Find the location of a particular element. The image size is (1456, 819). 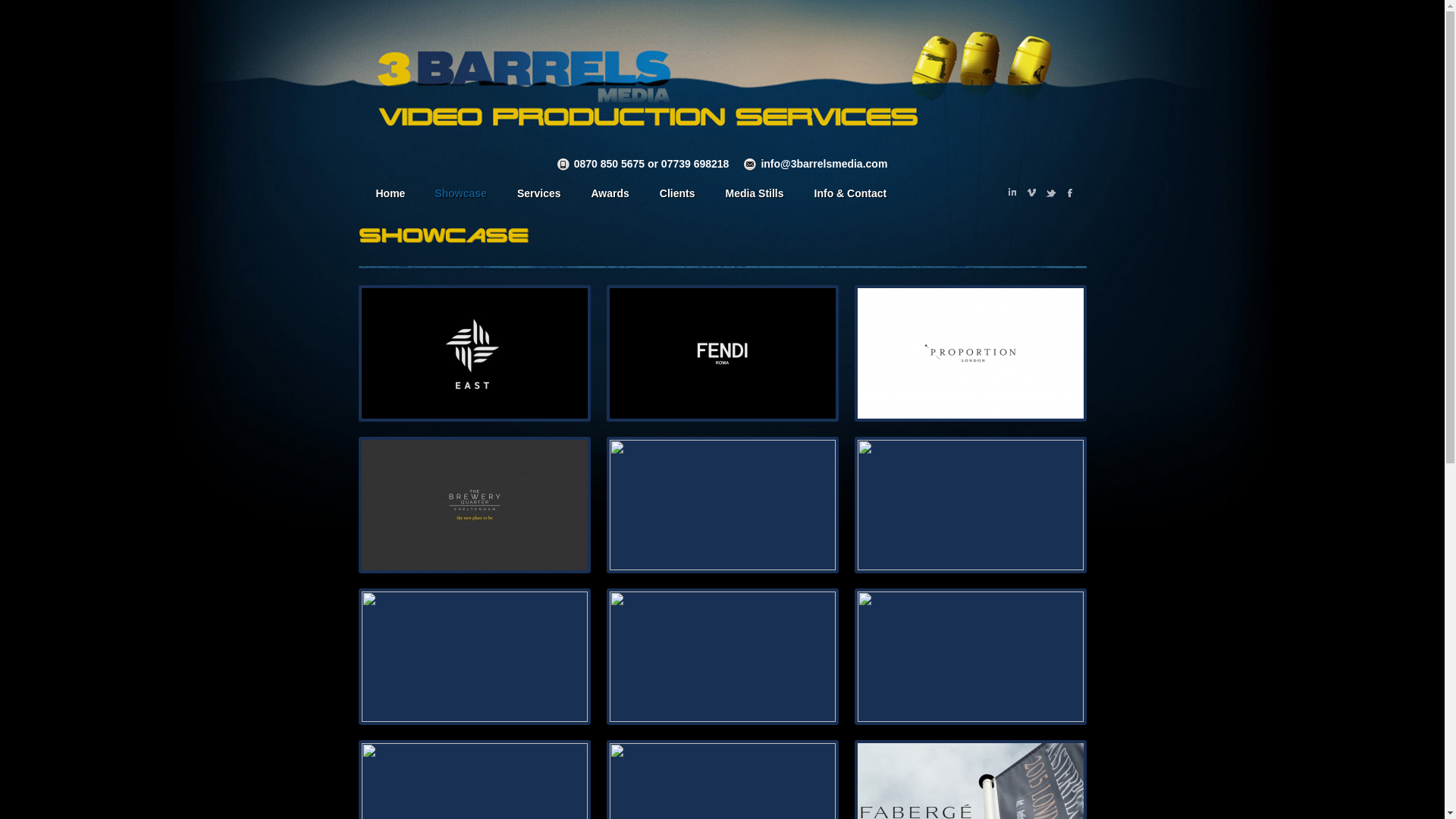

'Info & Contact' is located at coordinates (851, 195).